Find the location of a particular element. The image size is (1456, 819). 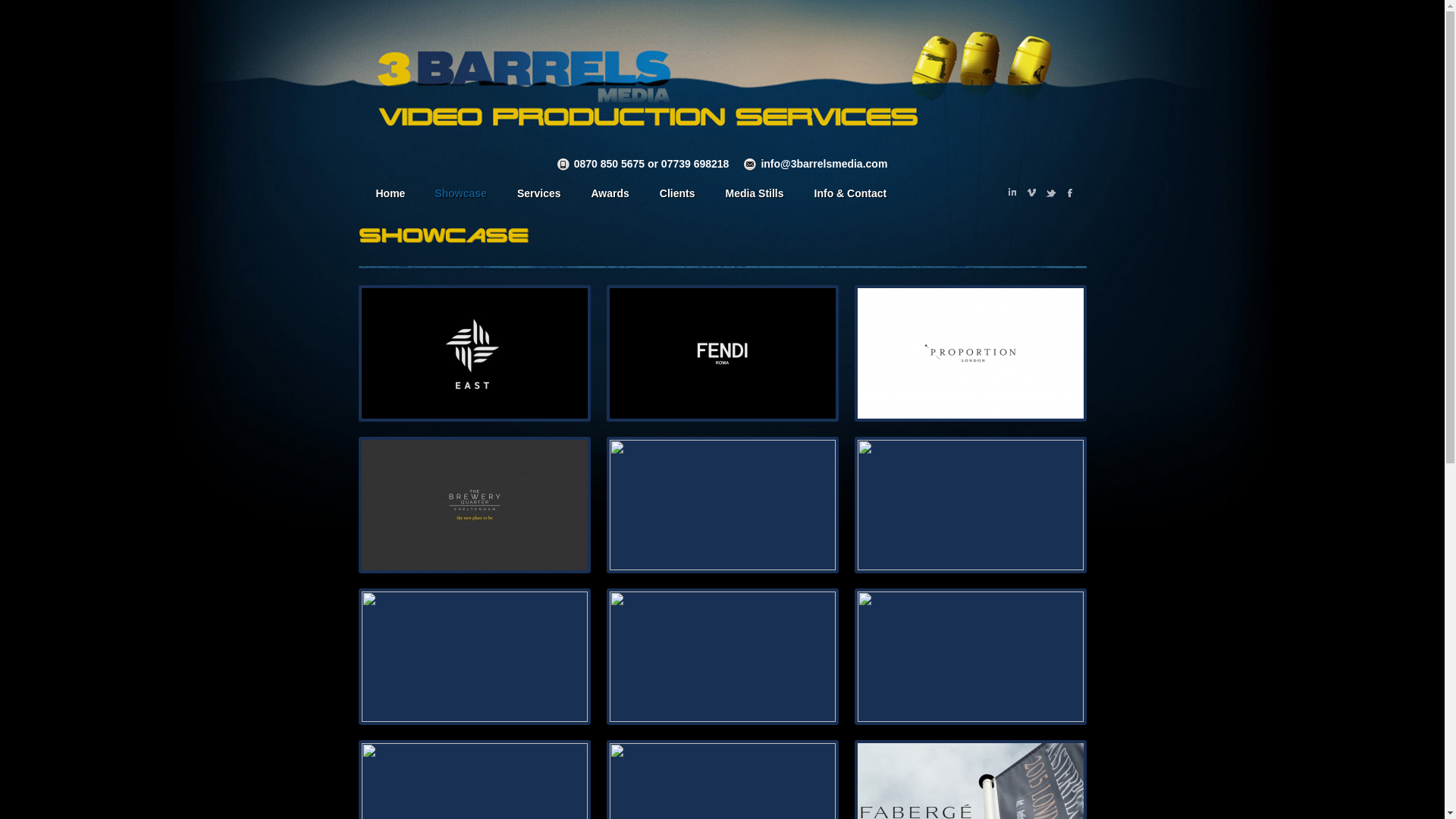

'Info & Contact' is located at coordinates (851, 195).